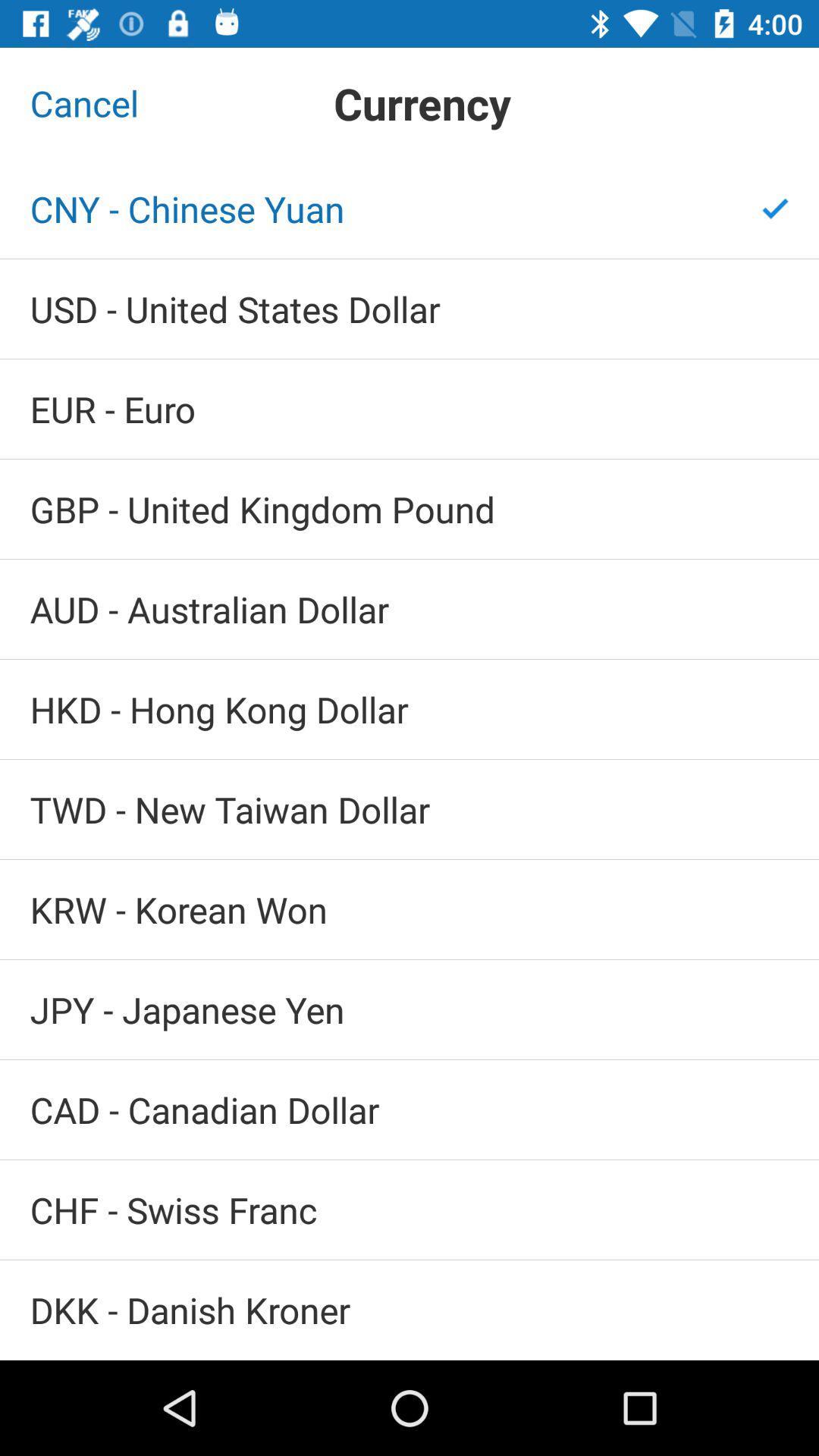 The width and height of the screenshot is (819, 1456). I want to click on the twd new taiwan, so click(409, 808).